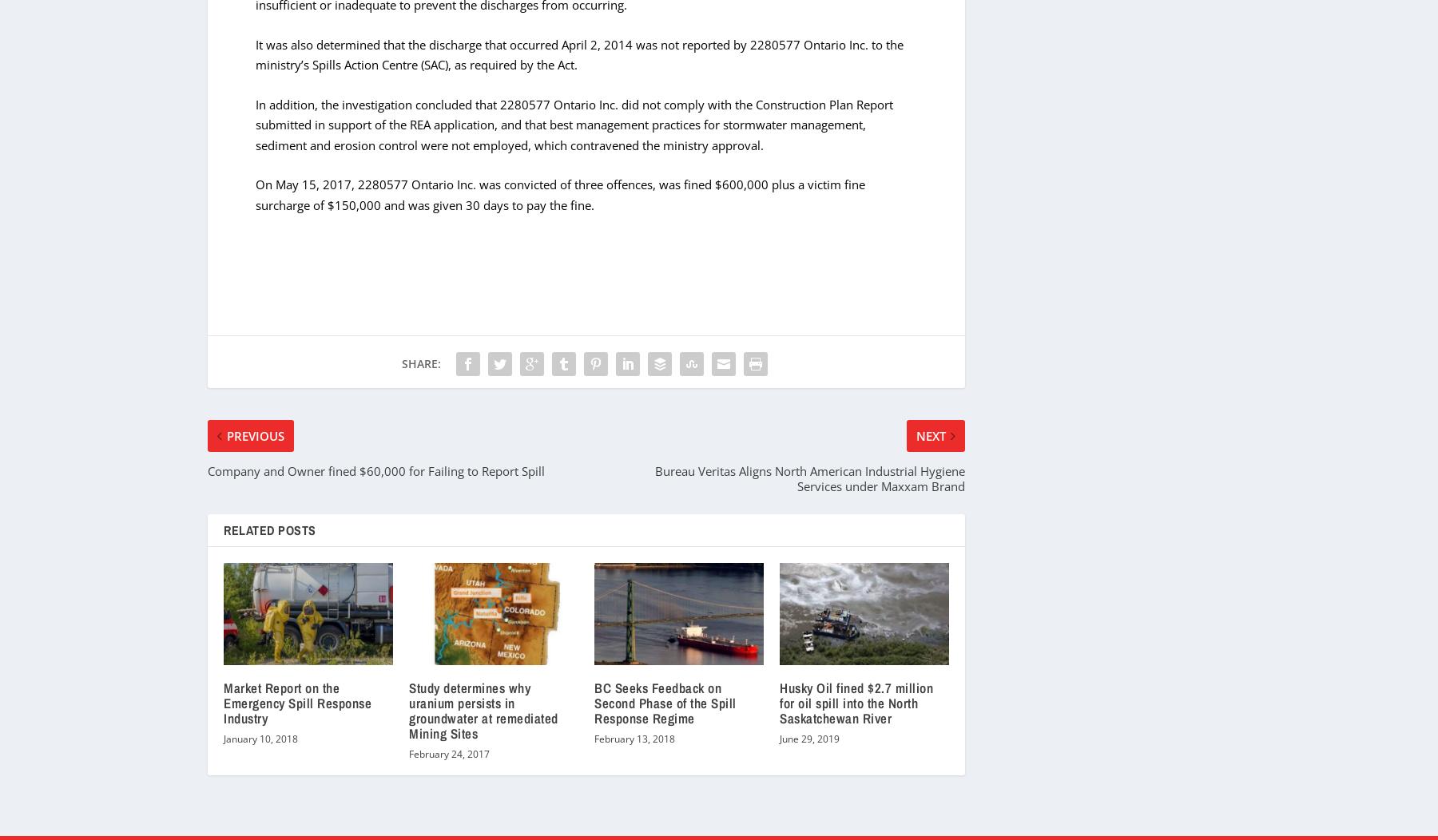  Describe the element at coordinates (260, 738) in the screenshot. I see `'January 10, 2018'` at that location.